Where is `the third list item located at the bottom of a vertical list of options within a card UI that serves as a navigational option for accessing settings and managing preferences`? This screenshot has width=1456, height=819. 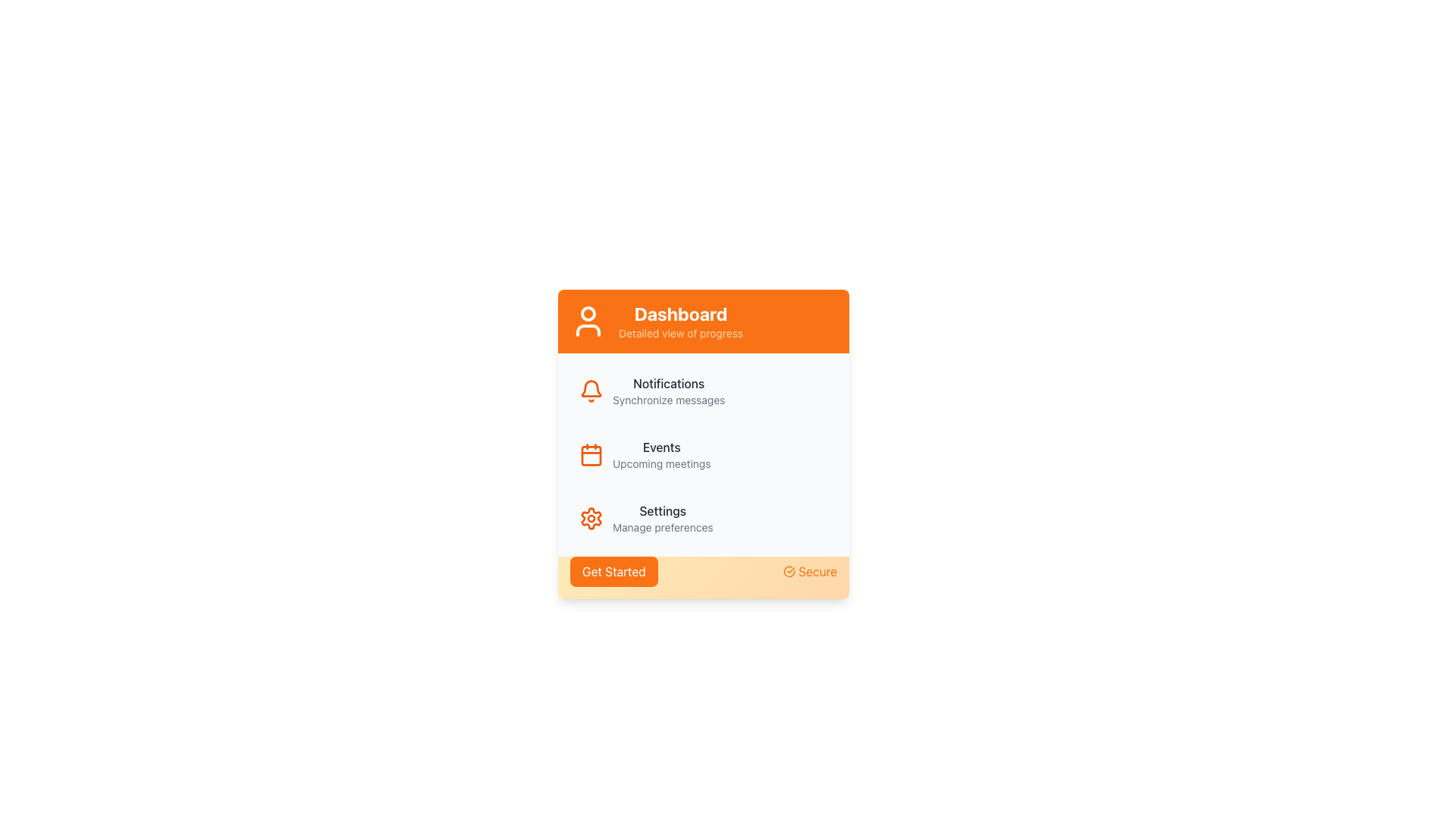
the third list item located at the bottom of a vertical list of options within a card UI that serves as a navigational option for accessing settings and managing preferences is located at coordinates (702, 517).